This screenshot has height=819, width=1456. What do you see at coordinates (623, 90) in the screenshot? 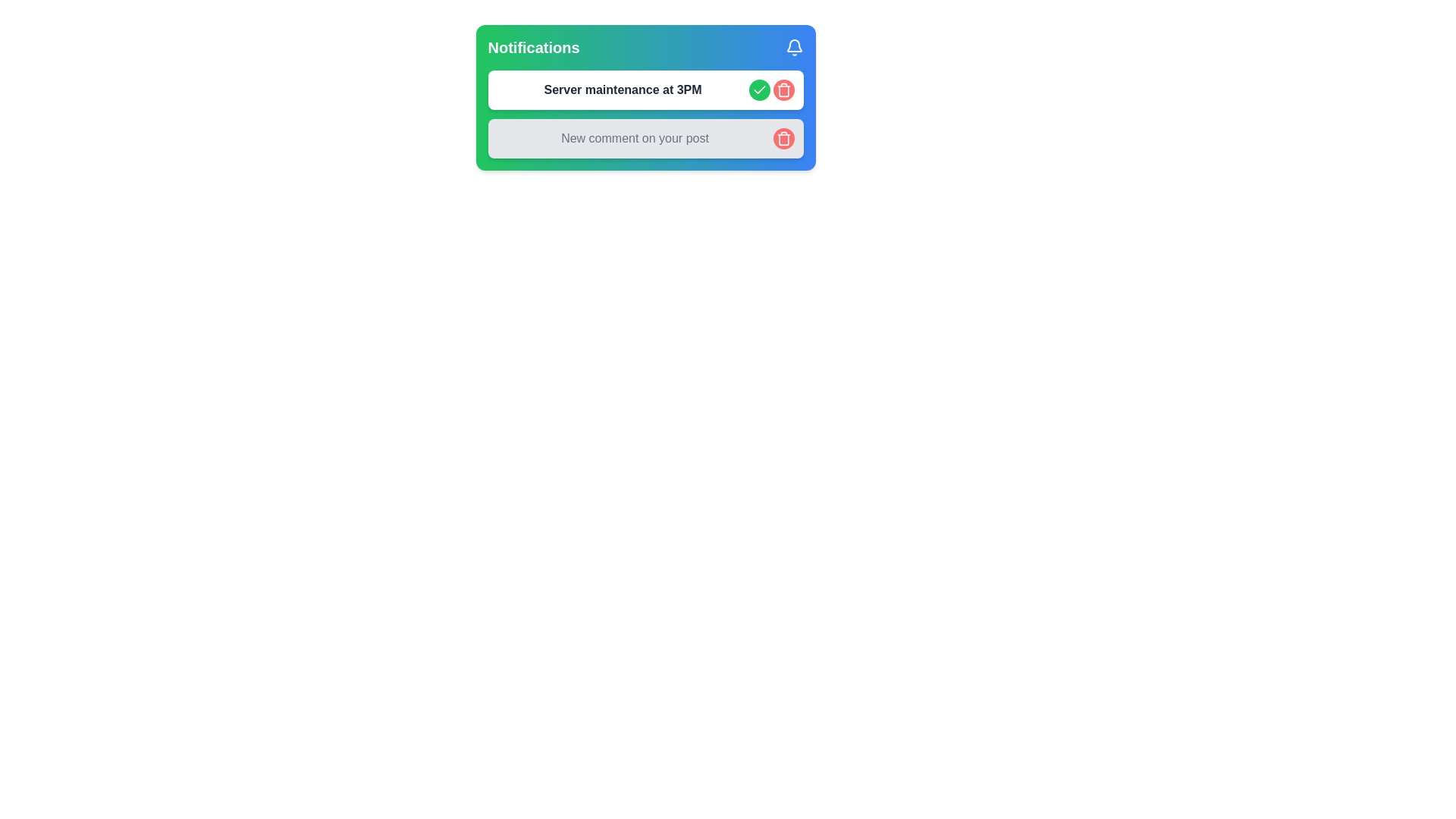
I see `the text label displaying 'Server maintenance at 3PM' within the notification card located underneath the 'Notifications' header` at bounding box center [623, 90].